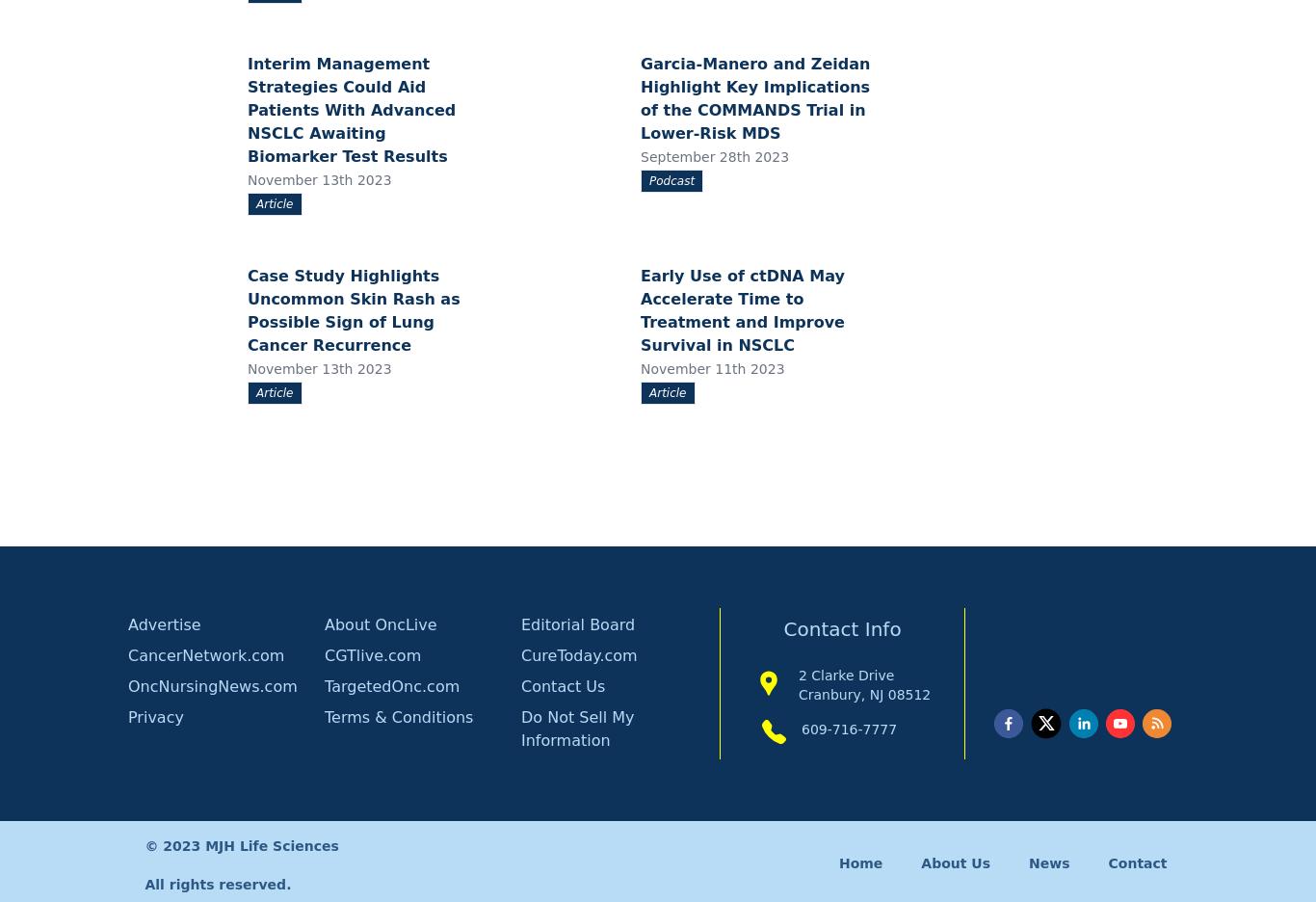 The width and height of the screenshot is (1316, 902). Describe the element at coordinates (712, 367) in the screenshot. I see `'November 11th 2023'` at that location.